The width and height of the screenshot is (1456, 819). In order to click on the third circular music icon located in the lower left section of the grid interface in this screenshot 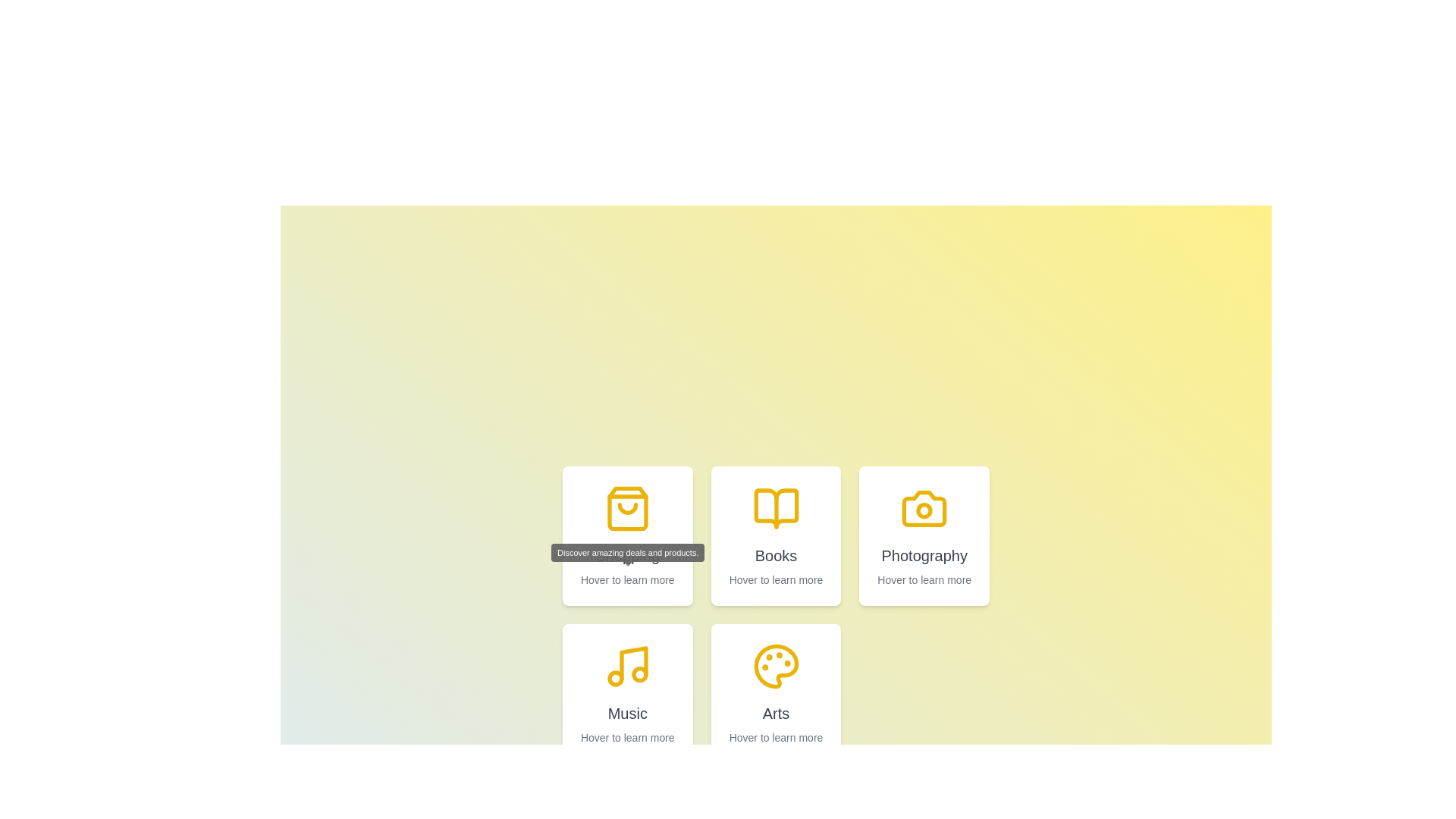, I will do `click(639, 673)`.